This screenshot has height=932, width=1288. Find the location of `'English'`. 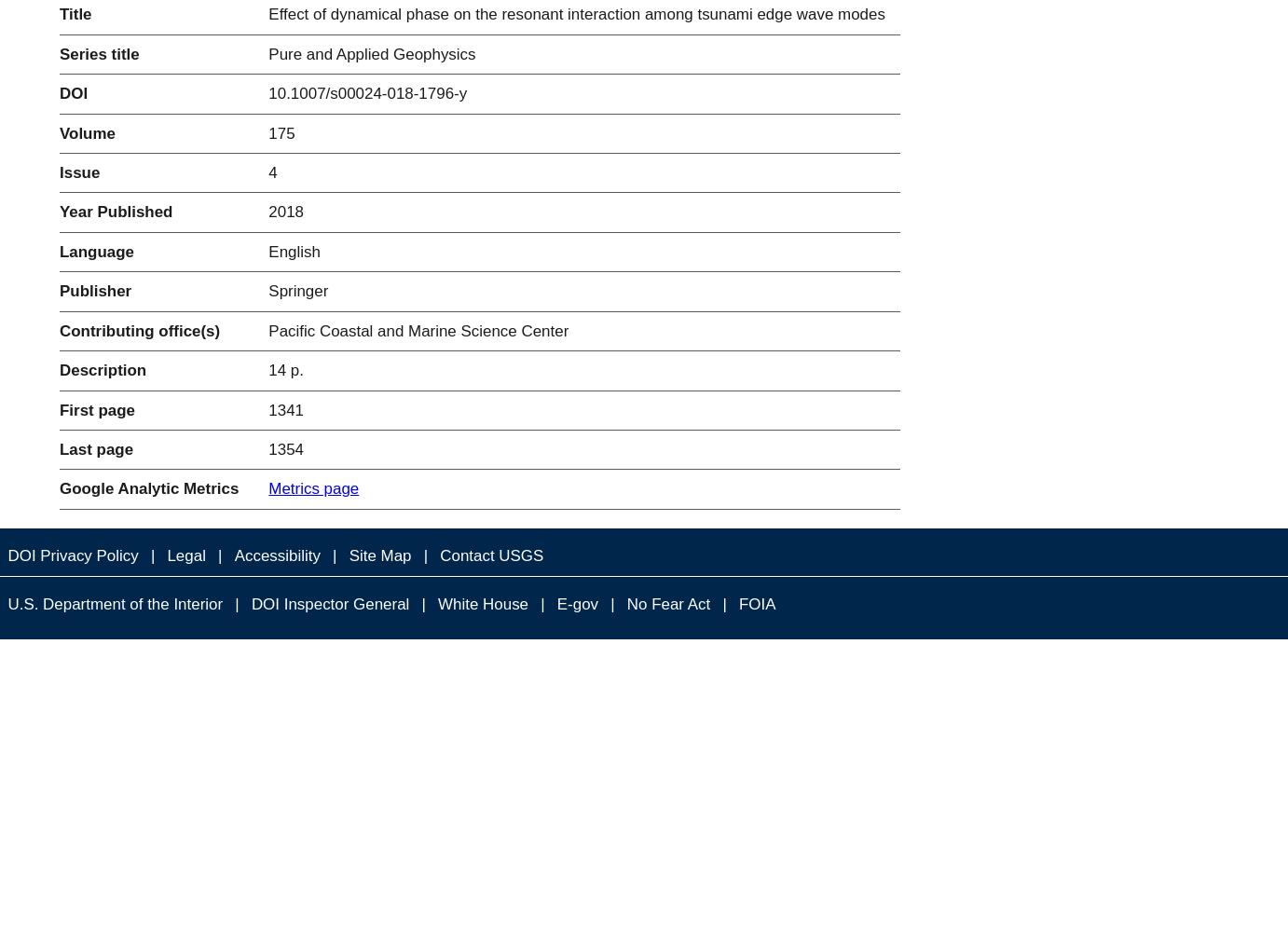

'English' is located at coordinates (293, 251).